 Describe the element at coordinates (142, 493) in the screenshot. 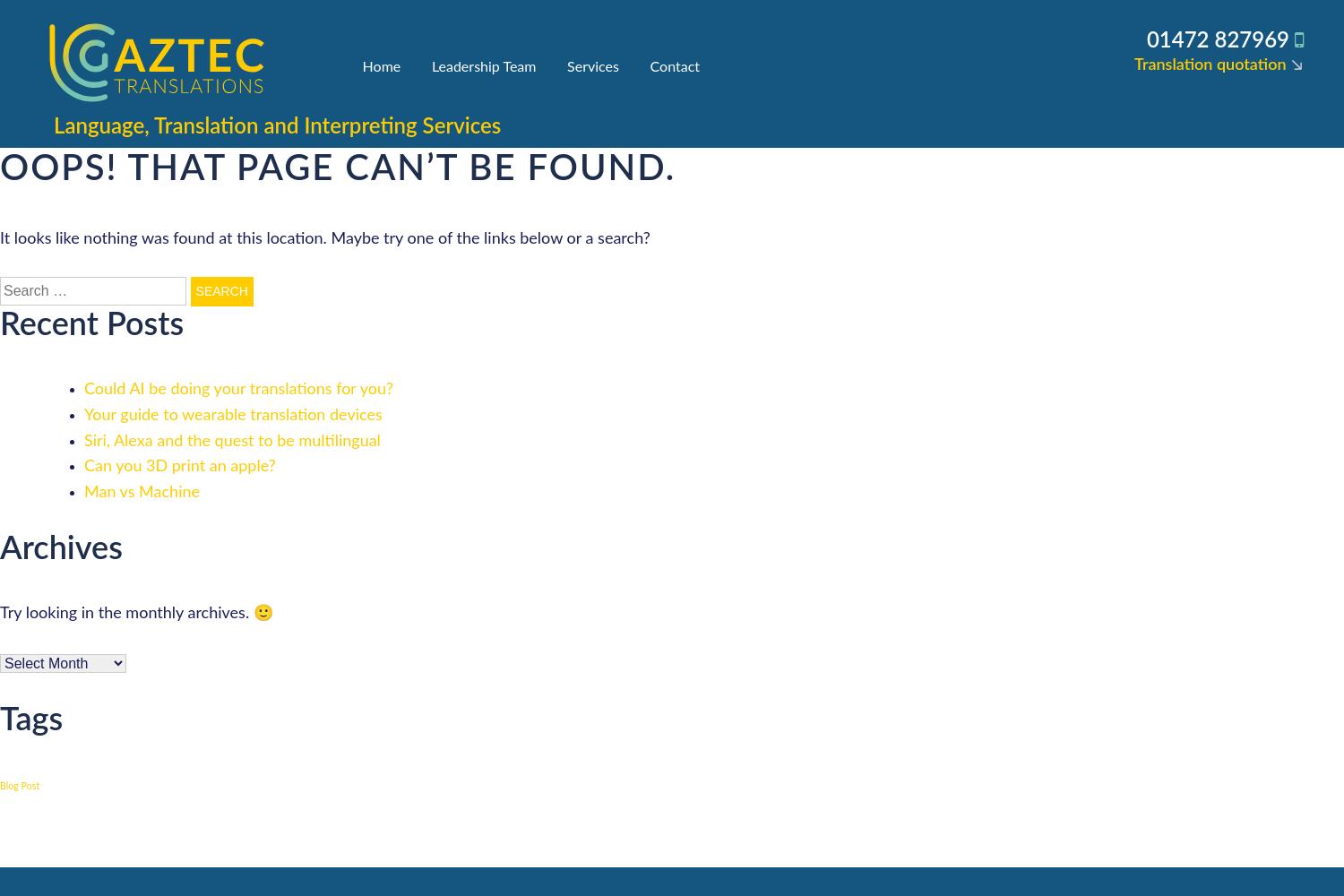

I see `'Man vs Machine'` at that location.